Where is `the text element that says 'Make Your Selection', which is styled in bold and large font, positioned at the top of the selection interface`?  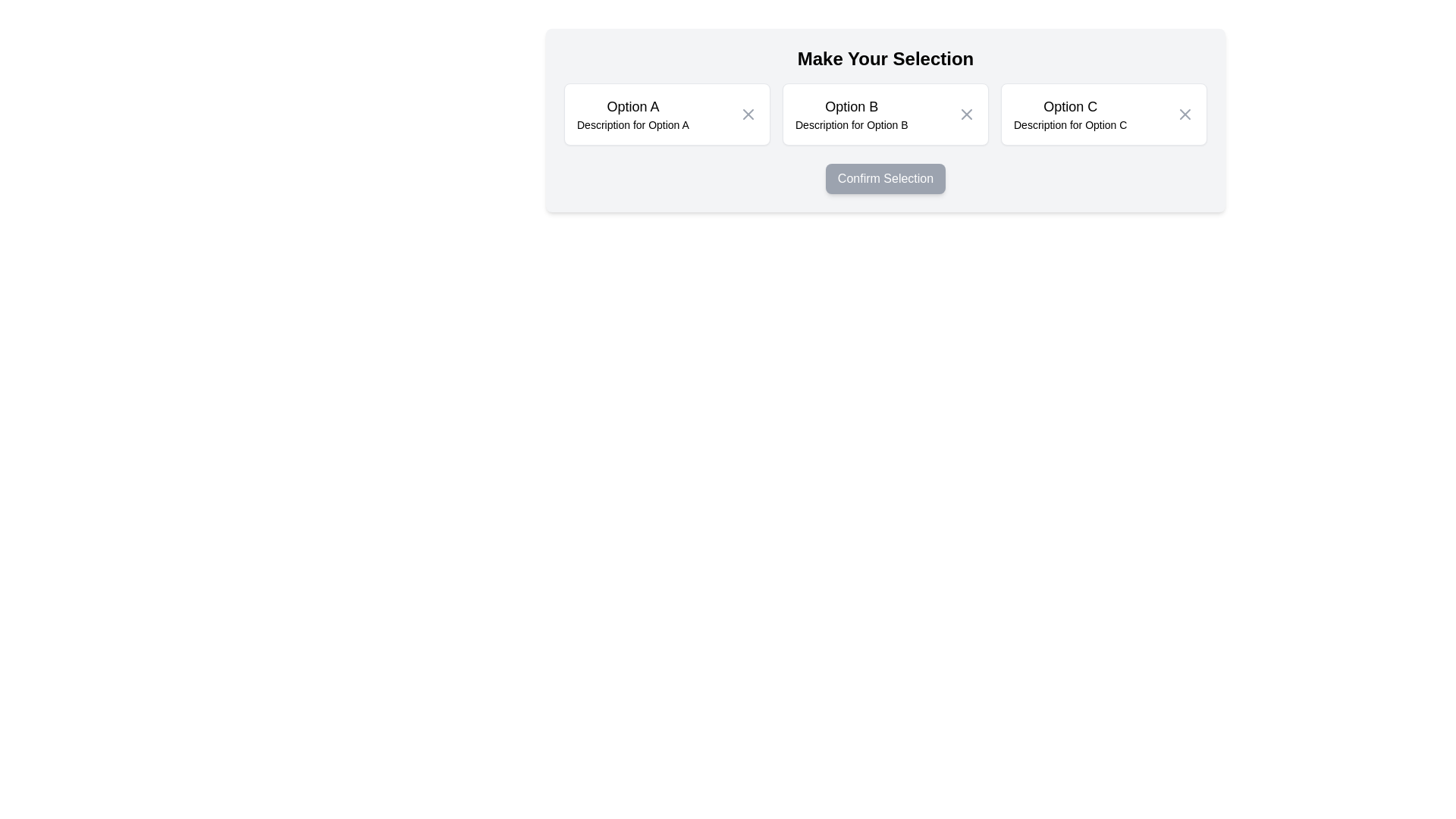
the text element that says 'Make Your Selection', which is styled in bold and large font, positioned at the top of the selection interface is located at coordinates (885, 58).